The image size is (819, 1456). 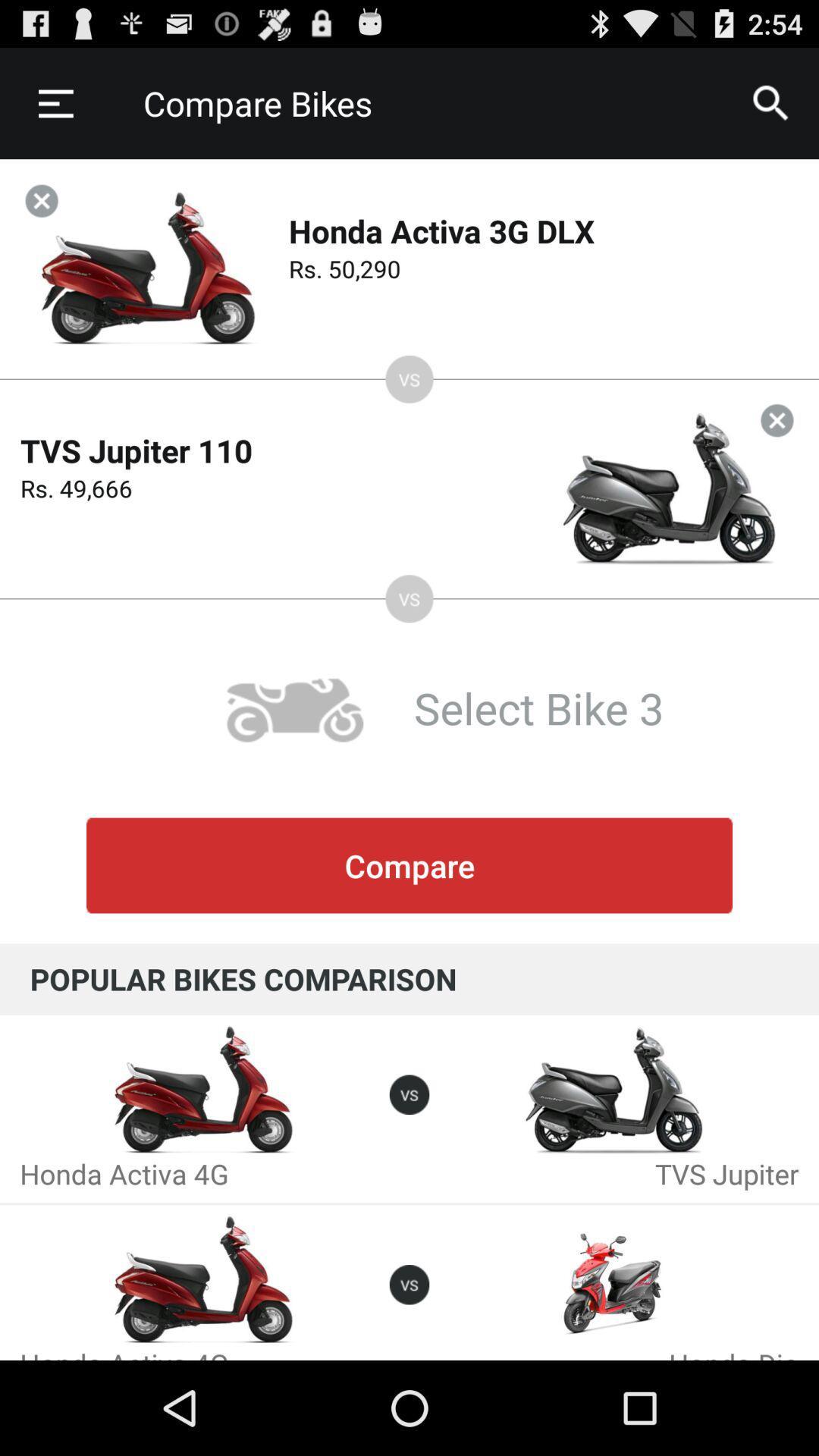 What do you see at coordinates (41, 200) in the screenshot?
I see `the displayed item` at bounding box center [41, 200].